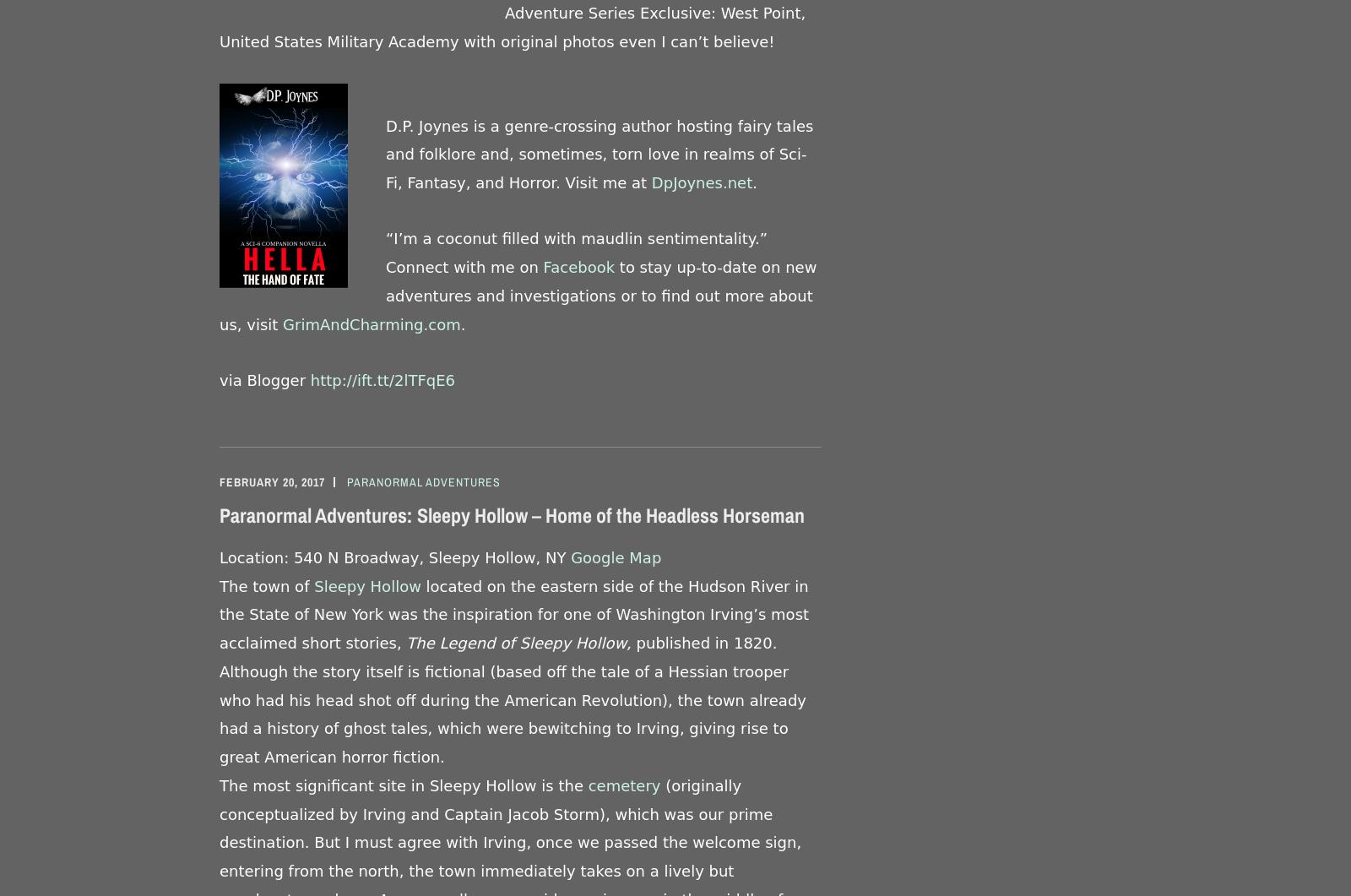 The width and height of the screenshot is (1351, 896). I want to click on 'Location: 540 N Broadway, Sleepy Hollow, NY', so click(394, 556).